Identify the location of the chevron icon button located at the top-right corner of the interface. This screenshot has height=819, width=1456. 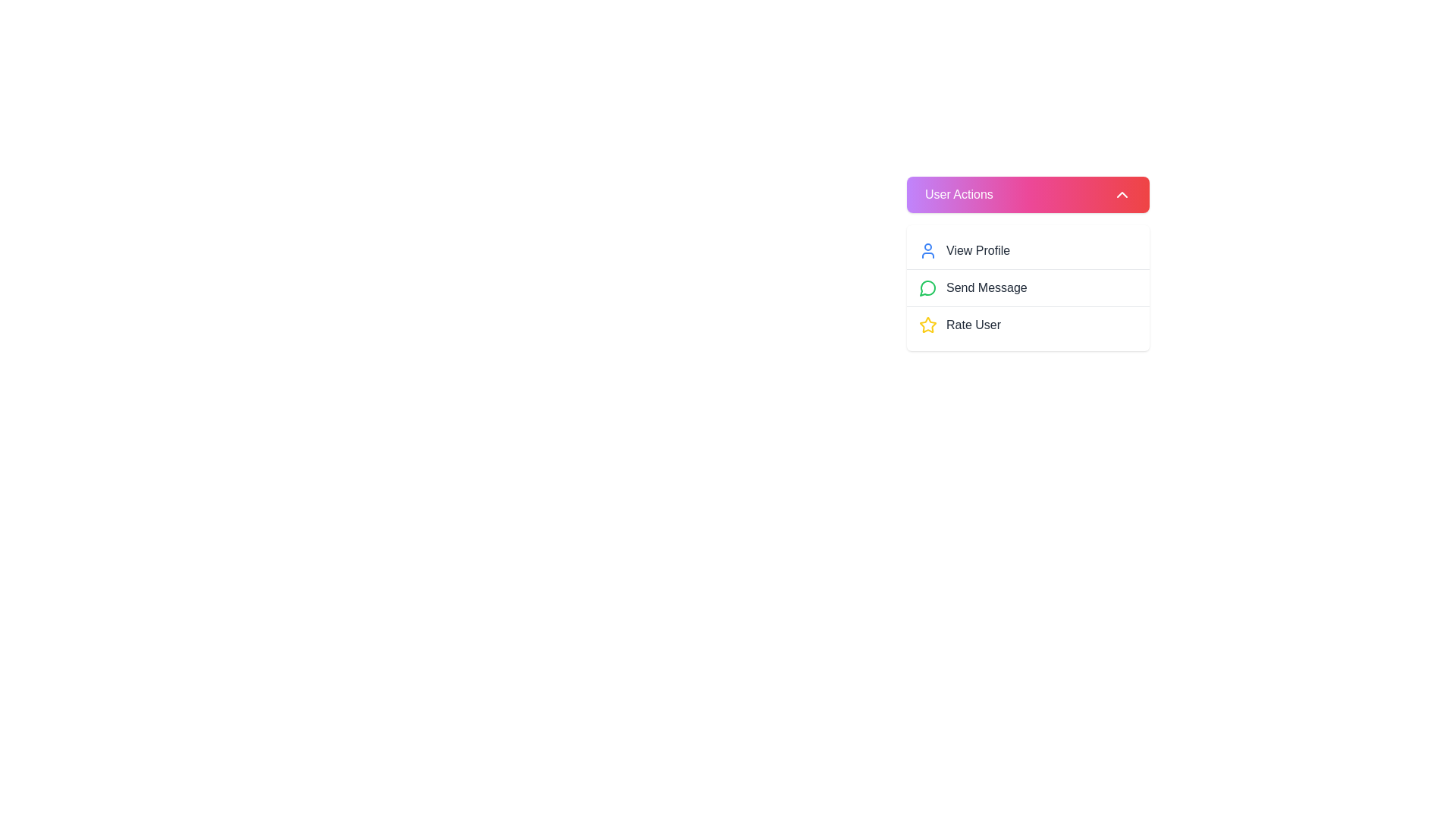
(1122, 194).